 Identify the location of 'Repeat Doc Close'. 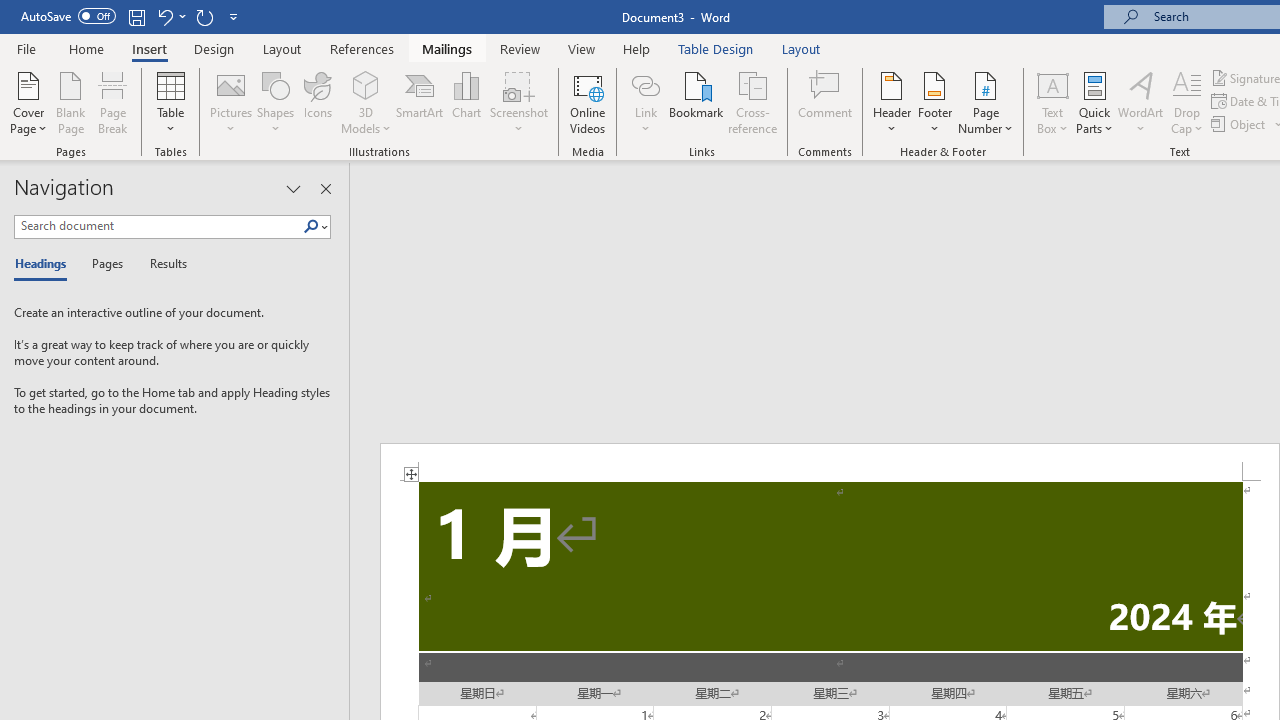
(204, 16).